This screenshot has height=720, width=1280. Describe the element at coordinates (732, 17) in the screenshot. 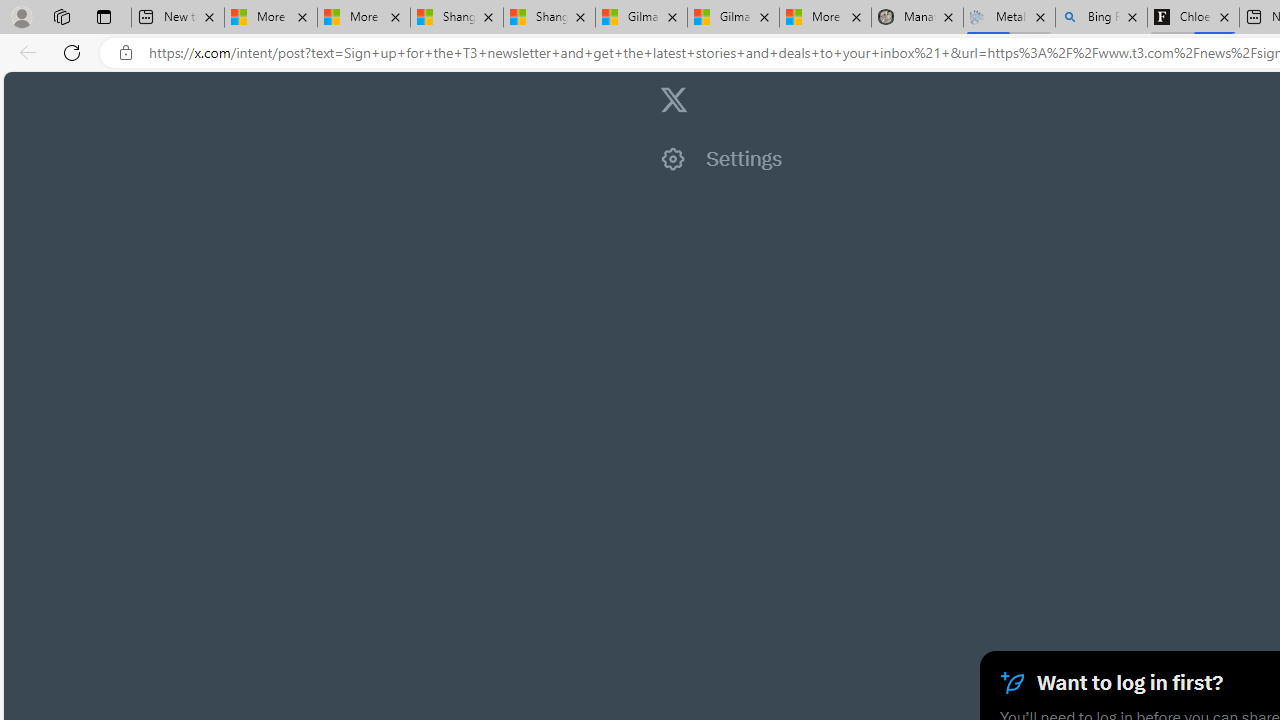

I see `'Gilma and Hector both pose tropical trouble for Hawaii'` at that location.